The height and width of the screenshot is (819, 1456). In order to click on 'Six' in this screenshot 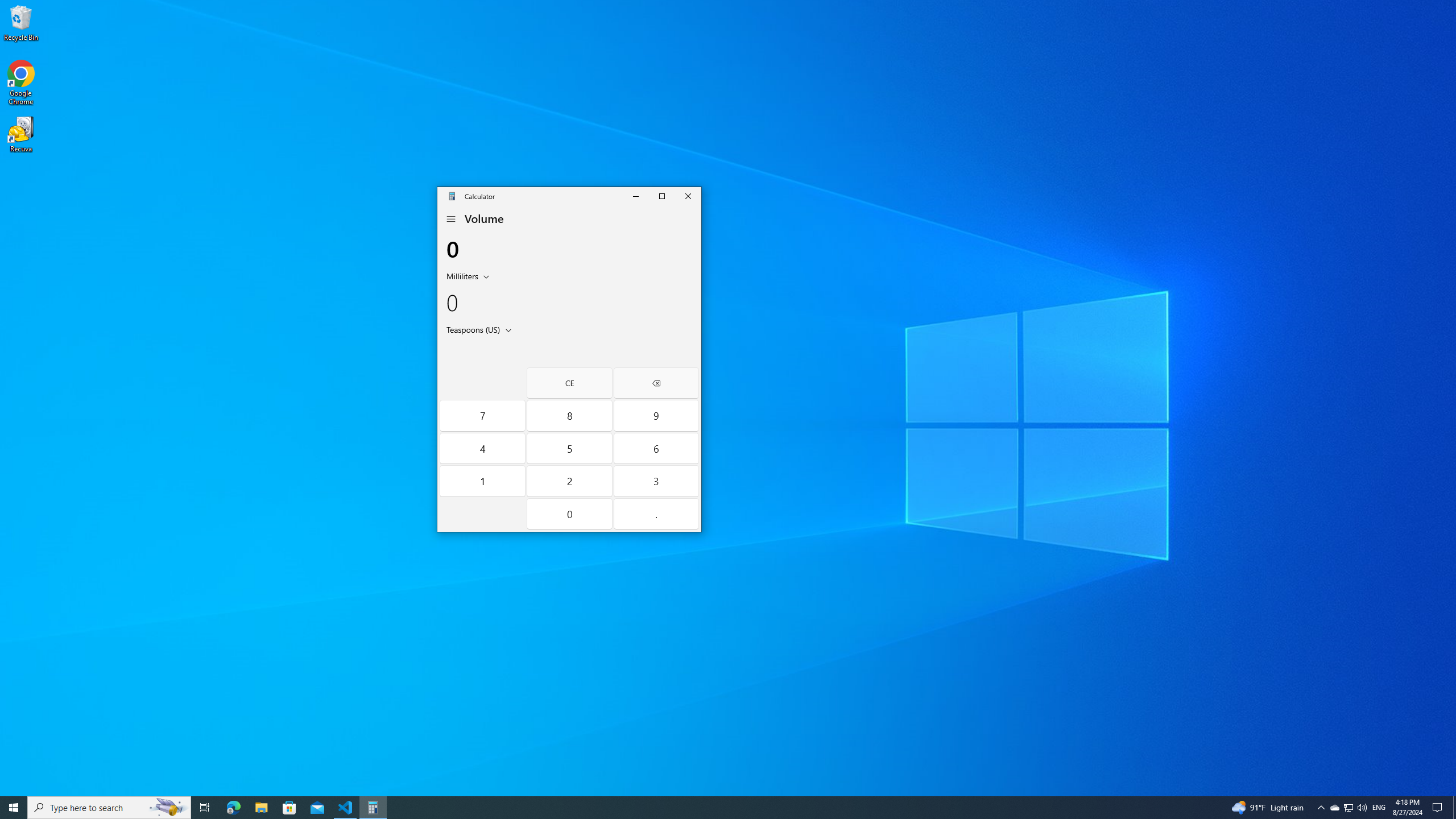, I will do `click(656, 448)`.